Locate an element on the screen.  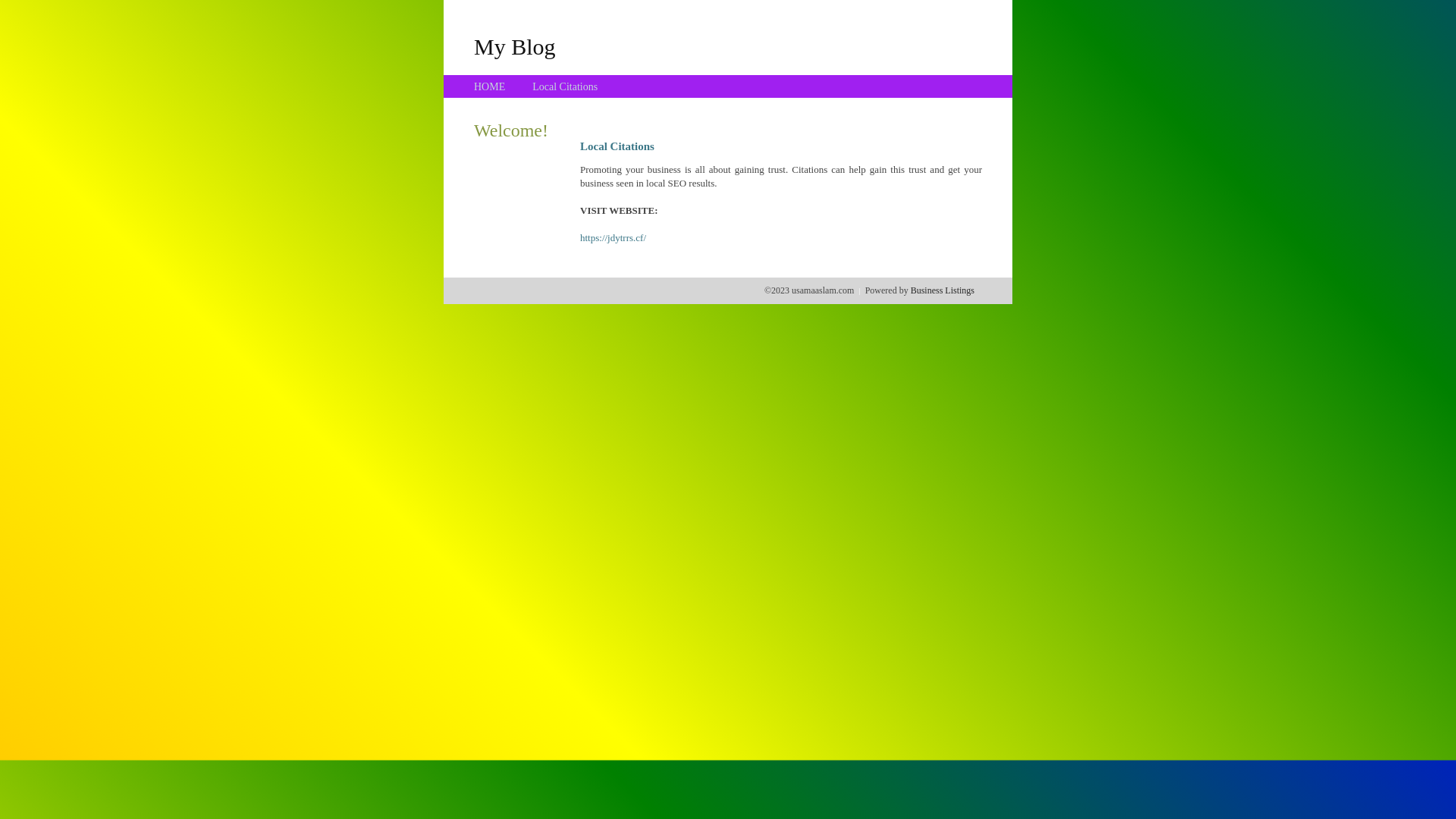
'Local Citations' is located at coordinates (563, 86).